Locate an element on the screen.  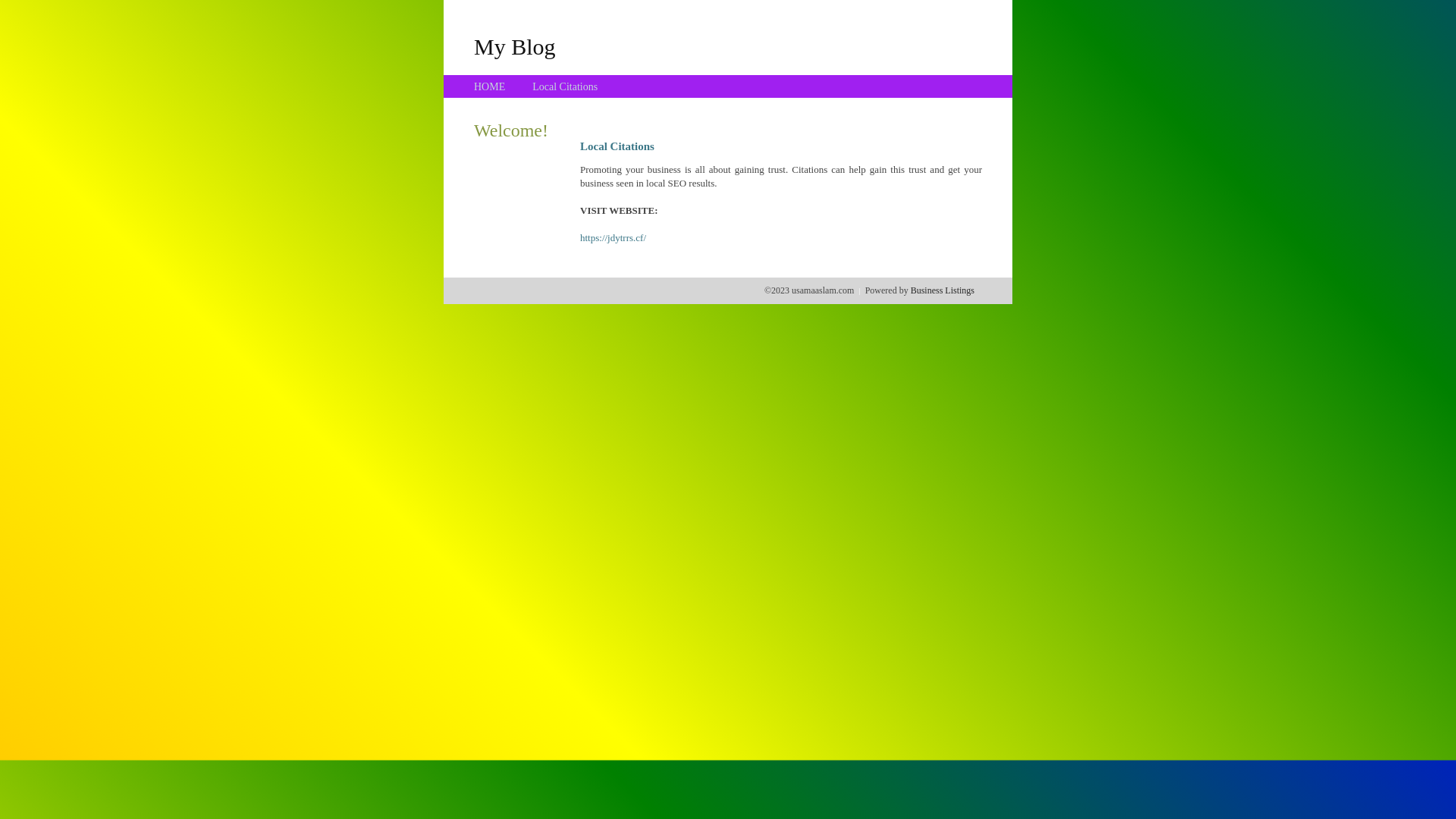
'Local Citations' is located at coordinates (563, 86).